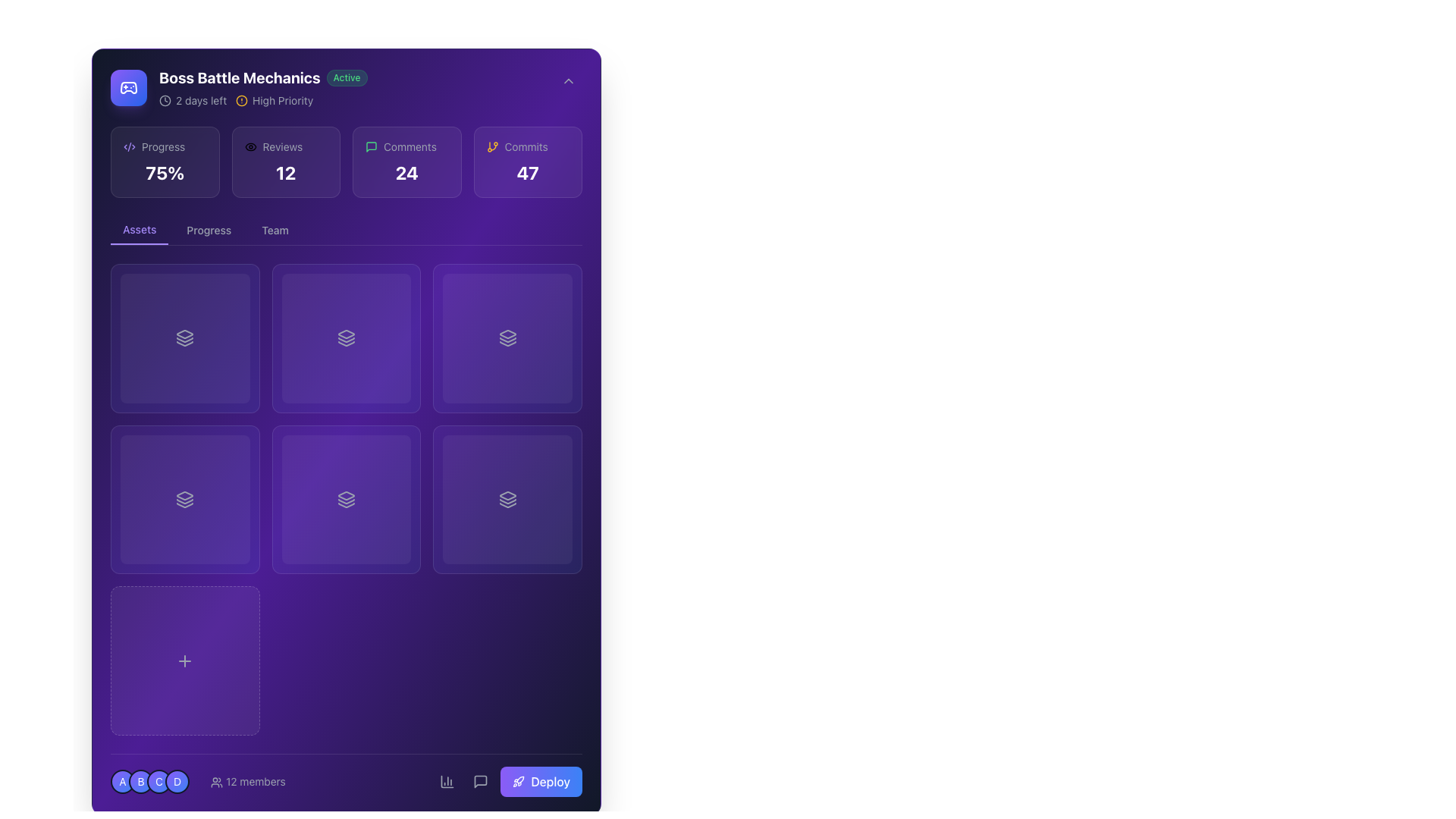 This screenshot has height=819, width=1456. Describe the element at coordinates (177, 781) in the screenshot. I see `the Avatar icon with a gradient background transitioning from violet to blue, containing the letter 'D' in white, located in the bottom-left corner of the interface` at that location.